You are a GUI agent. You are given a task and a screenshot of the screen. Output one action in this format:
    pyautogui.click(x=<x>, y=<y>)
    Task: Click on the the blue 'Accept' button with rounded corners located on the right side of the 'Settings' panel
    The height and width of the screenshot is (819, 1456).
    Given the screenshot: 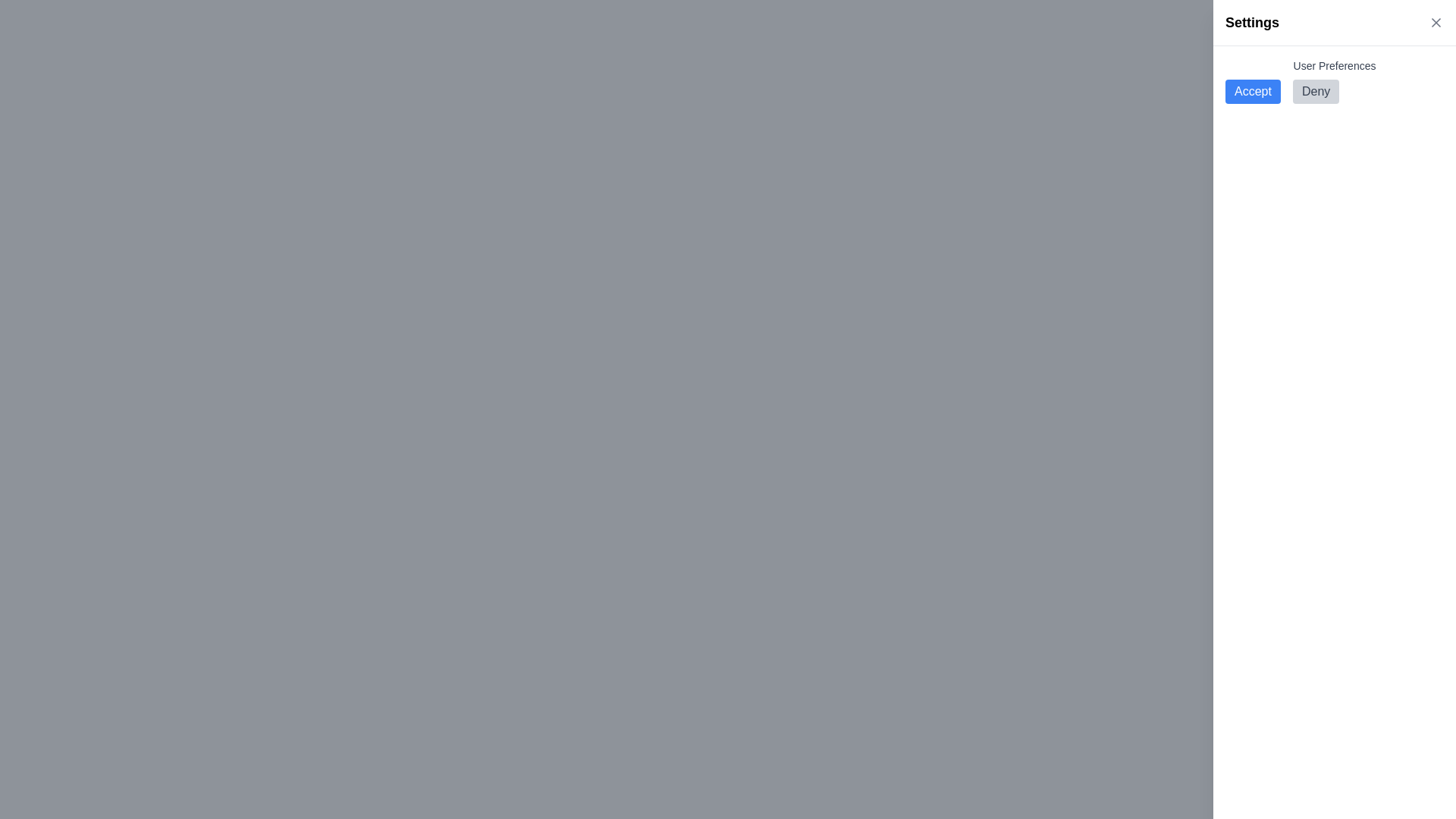 What is the action you would take?
    pyautogui.click(x=1253, y=91)
    